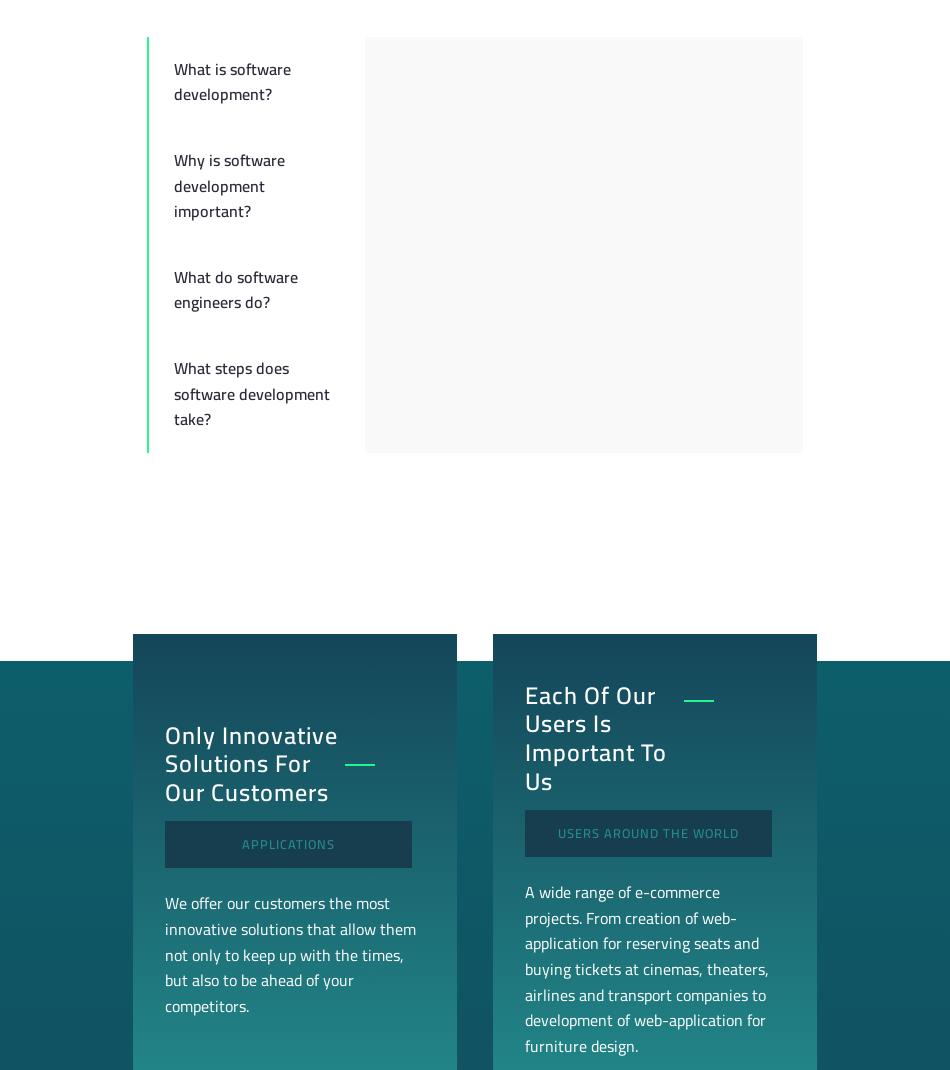 The height and width of the screenshot is (1070, 950). Describe the element at coordinates (232, 79) in the screenshot. I see `'What is software development?'` at that location.